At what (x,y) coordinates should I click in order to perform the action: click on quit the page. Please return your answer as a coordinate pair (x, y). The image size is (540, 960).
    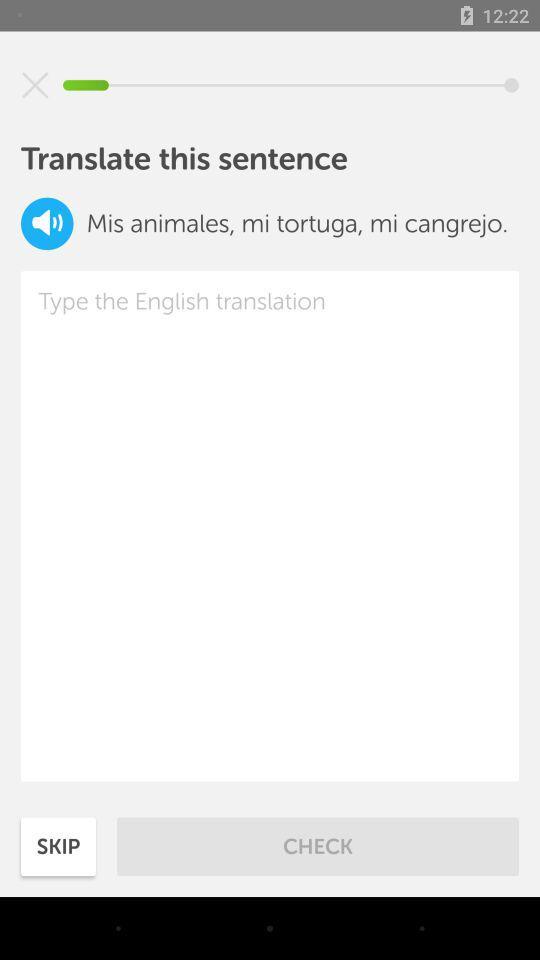
    Looking at the image, I should click on (35, 85).